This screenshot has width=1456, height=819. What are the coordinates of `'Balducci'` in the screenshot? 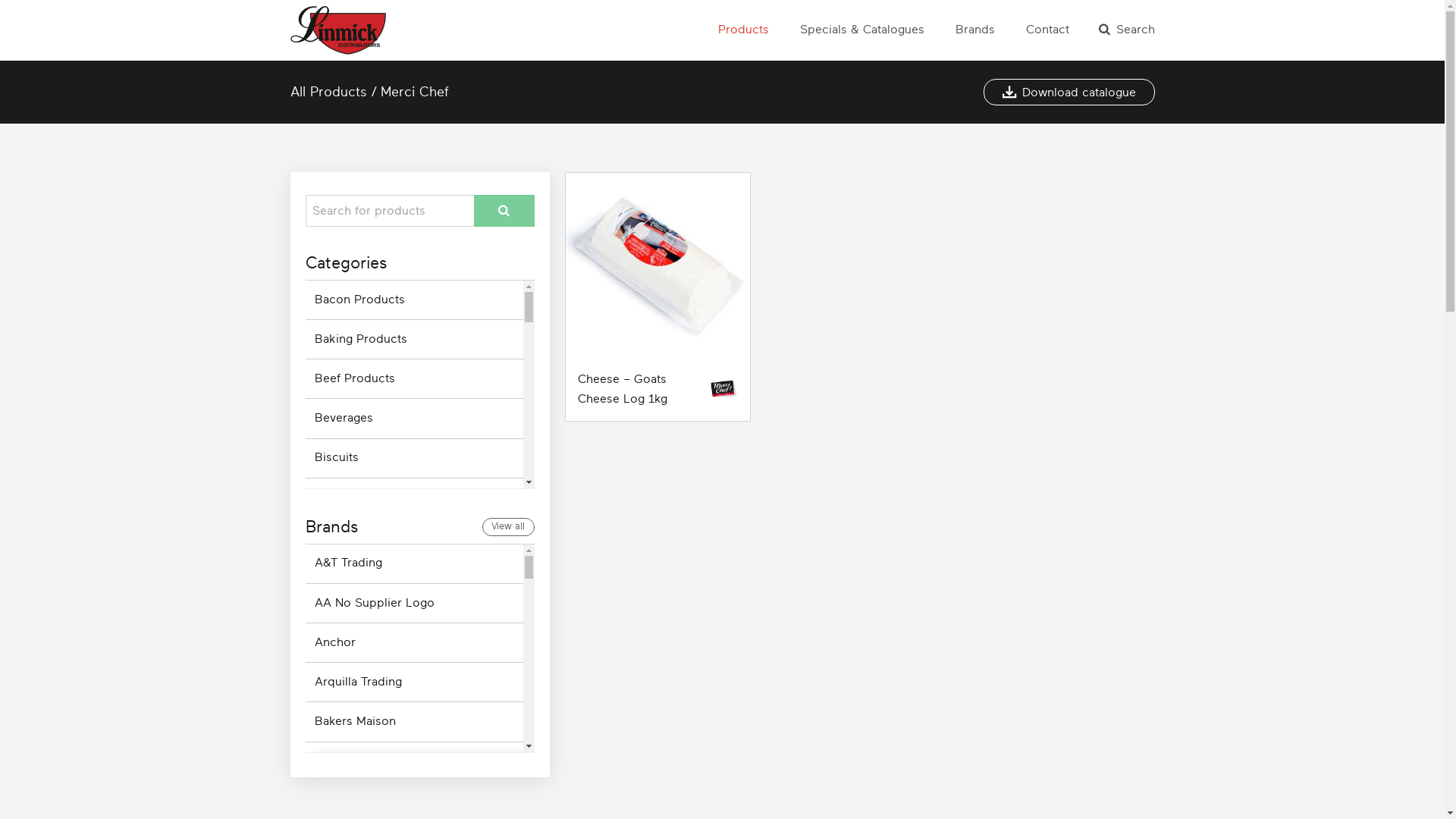 It's located at (413, 761).